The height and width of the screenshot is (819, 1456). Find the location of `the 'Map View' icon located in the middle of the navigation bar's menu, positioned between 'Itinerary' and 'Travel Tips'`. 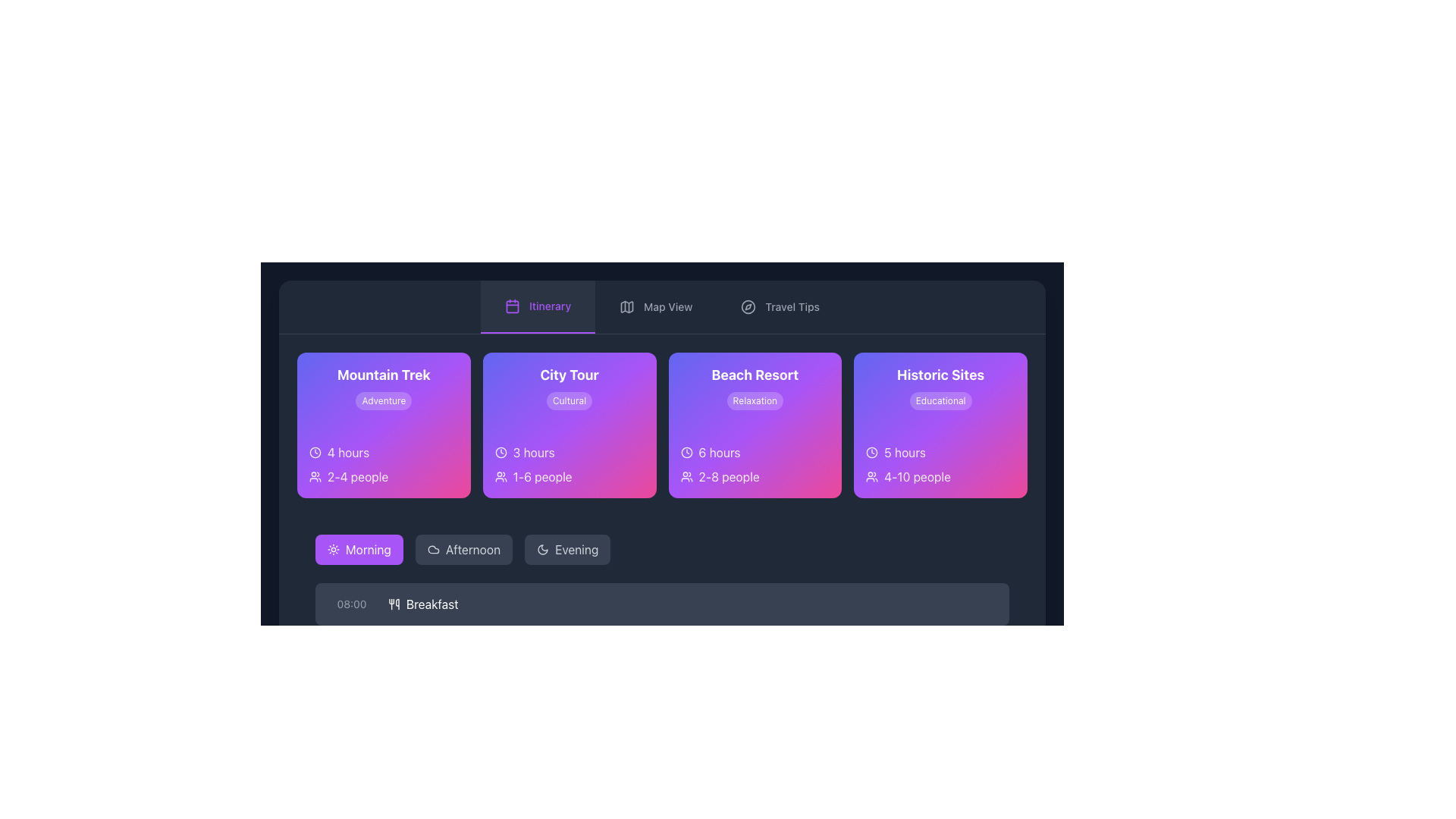

the 'Map View' icon located in the middle of the navigation bar's menu, positioned between 'Itinerary' and 'Travel Tips' is located at coordinates (627, 307).